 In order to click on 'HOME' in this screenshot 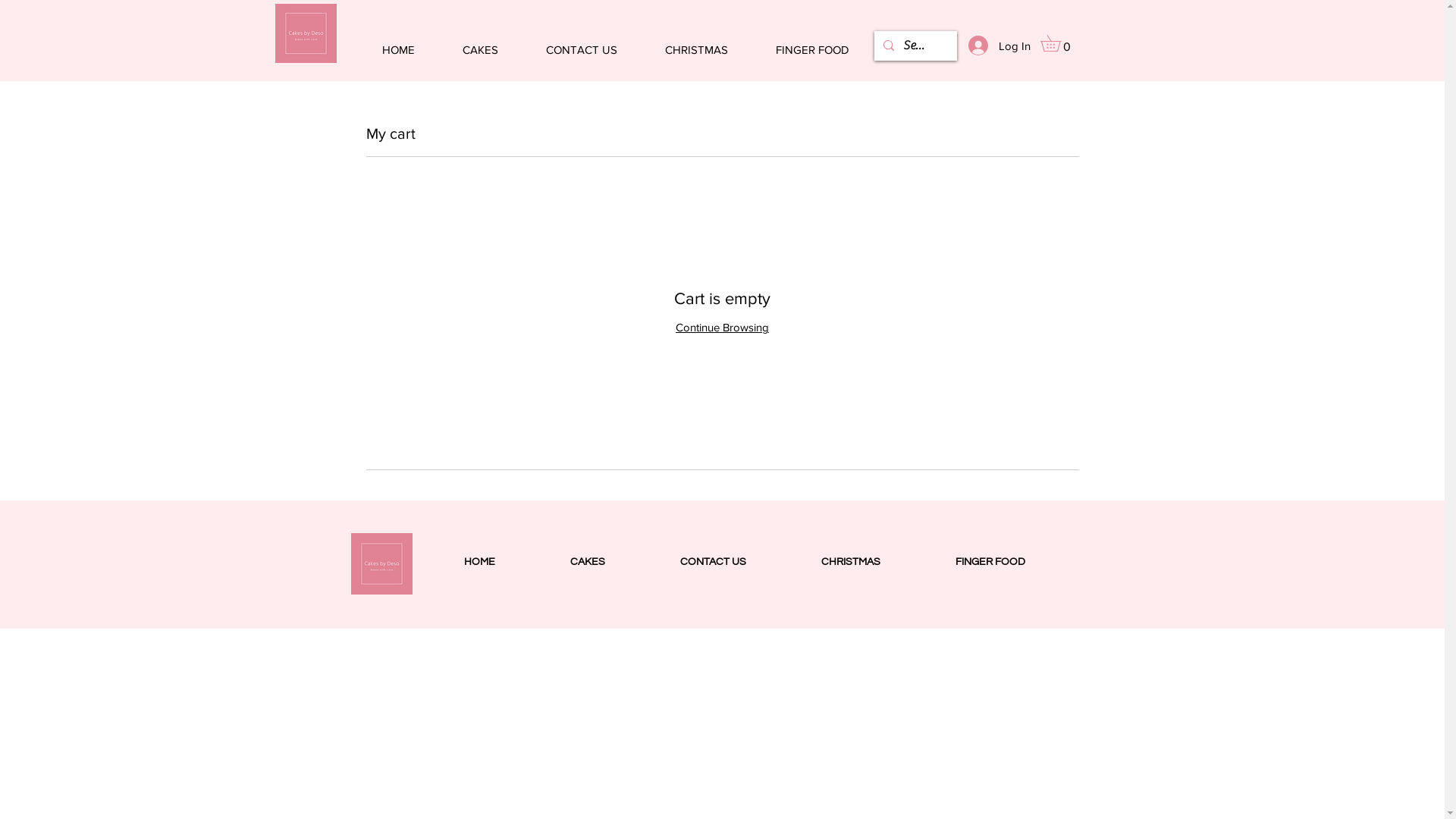, I will do `click(479, 561)`.